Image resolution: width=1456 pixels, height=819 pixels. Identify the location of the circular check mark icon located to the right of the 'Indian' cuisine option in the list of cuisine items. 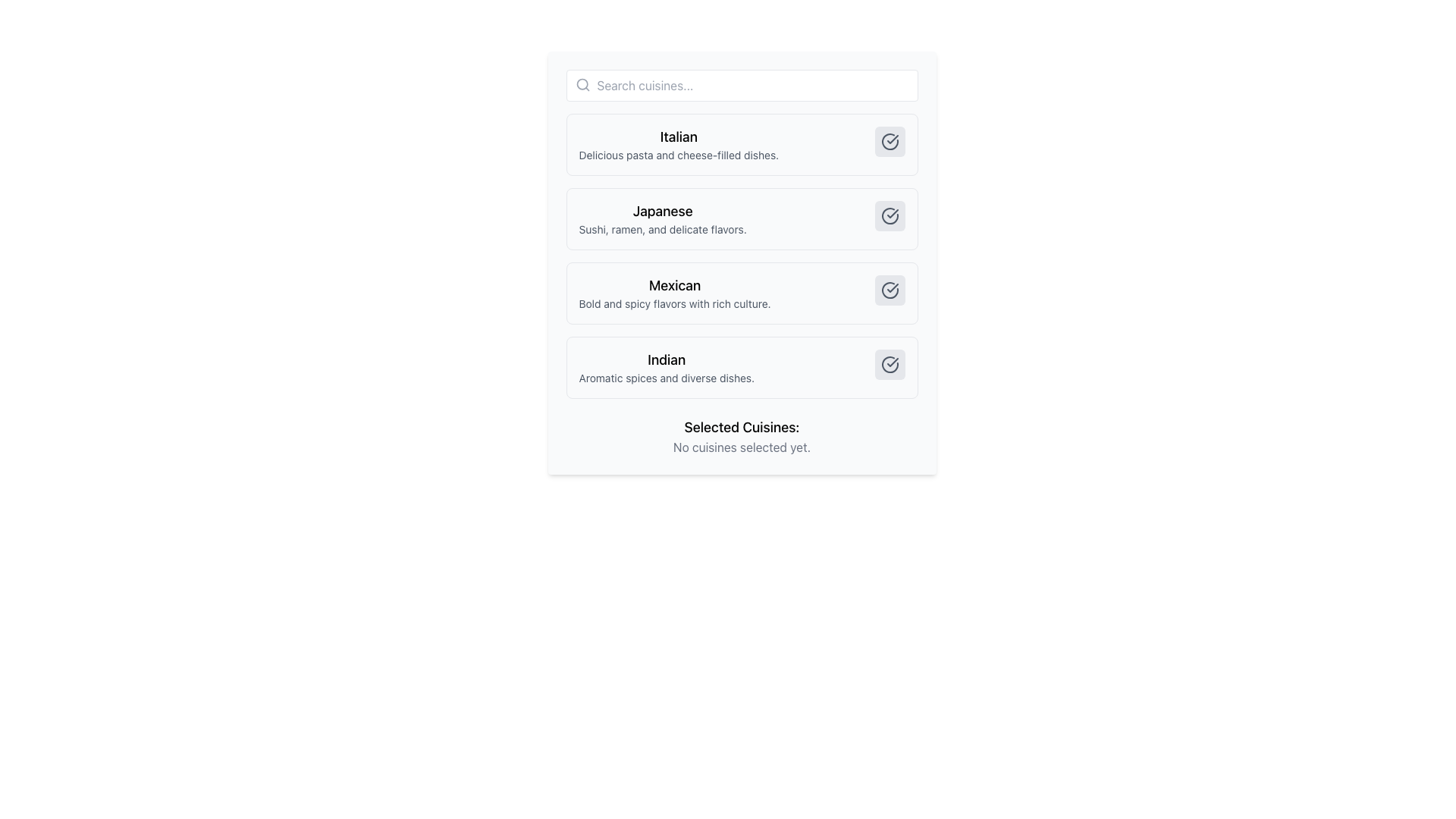
(890, 365).